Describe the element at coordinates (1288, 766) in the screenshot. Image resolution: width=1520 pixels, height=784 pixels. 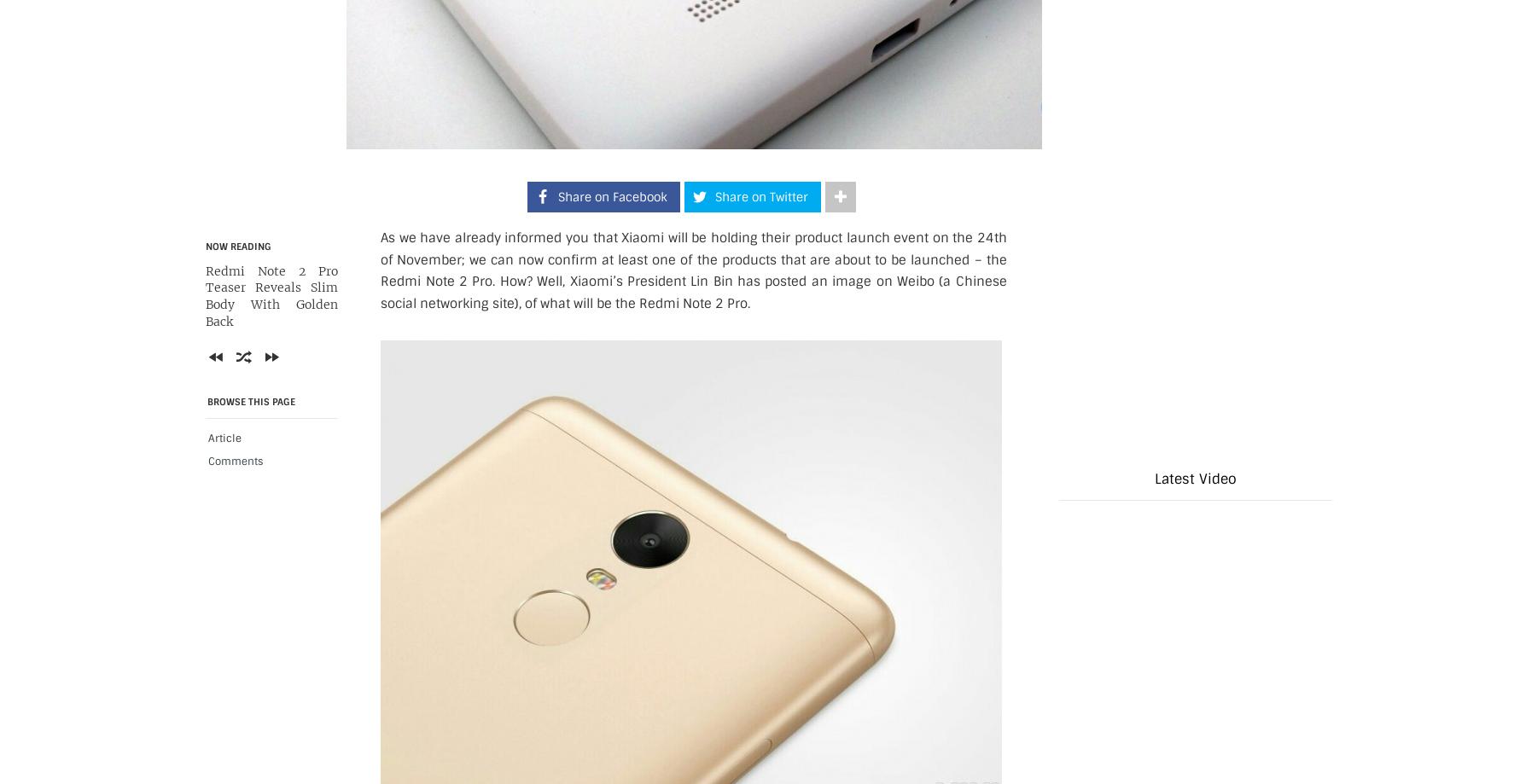
I see `'Next'` at that location.